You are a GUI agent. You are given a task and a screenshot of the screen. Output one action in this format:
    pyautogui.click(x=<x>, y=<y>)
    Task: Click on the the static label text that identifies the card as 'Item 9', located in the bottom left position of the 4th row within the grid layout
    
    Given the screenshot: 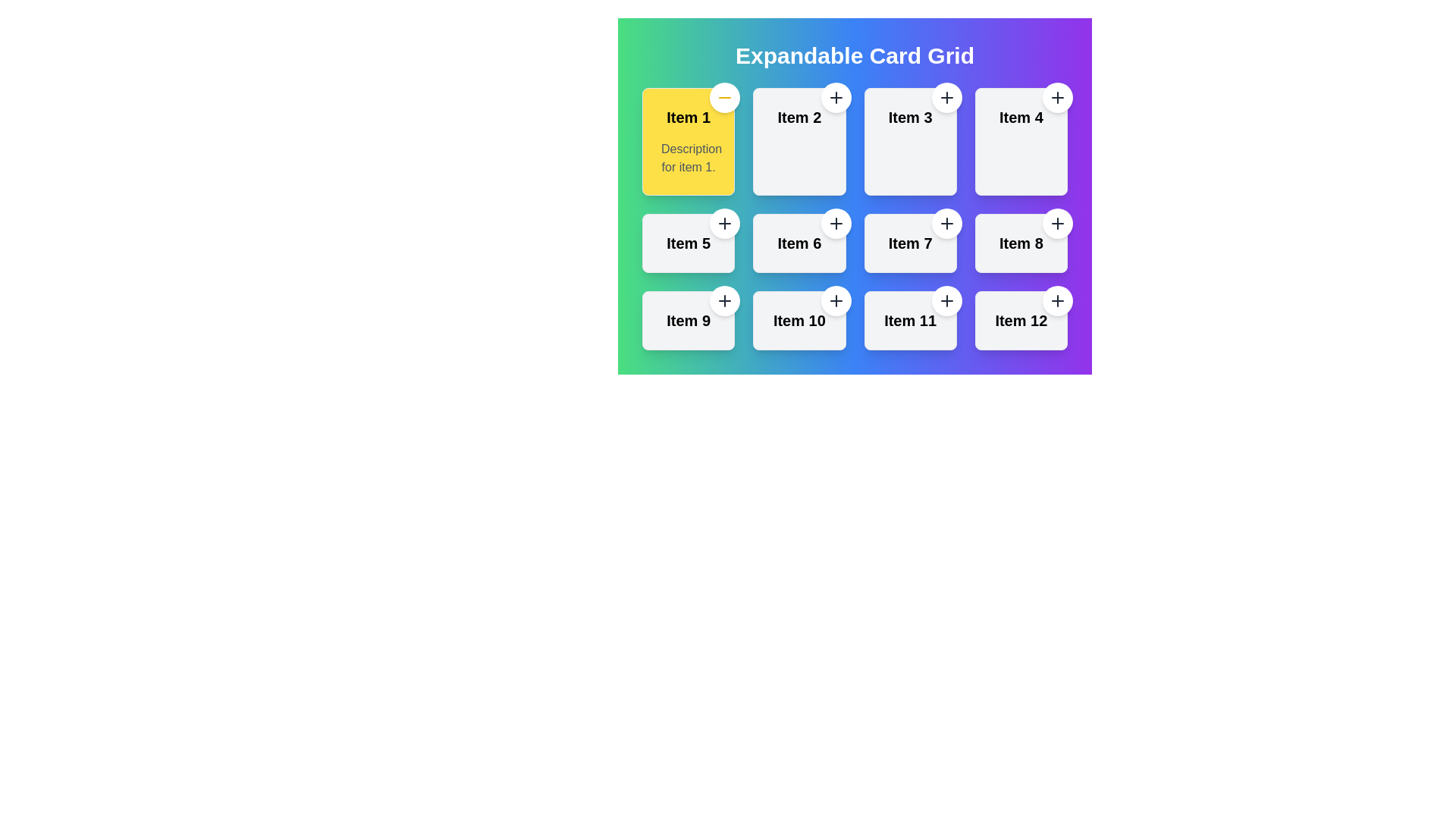 What is the action you would take?
    pyautogui.click(x=688, y=320)
    